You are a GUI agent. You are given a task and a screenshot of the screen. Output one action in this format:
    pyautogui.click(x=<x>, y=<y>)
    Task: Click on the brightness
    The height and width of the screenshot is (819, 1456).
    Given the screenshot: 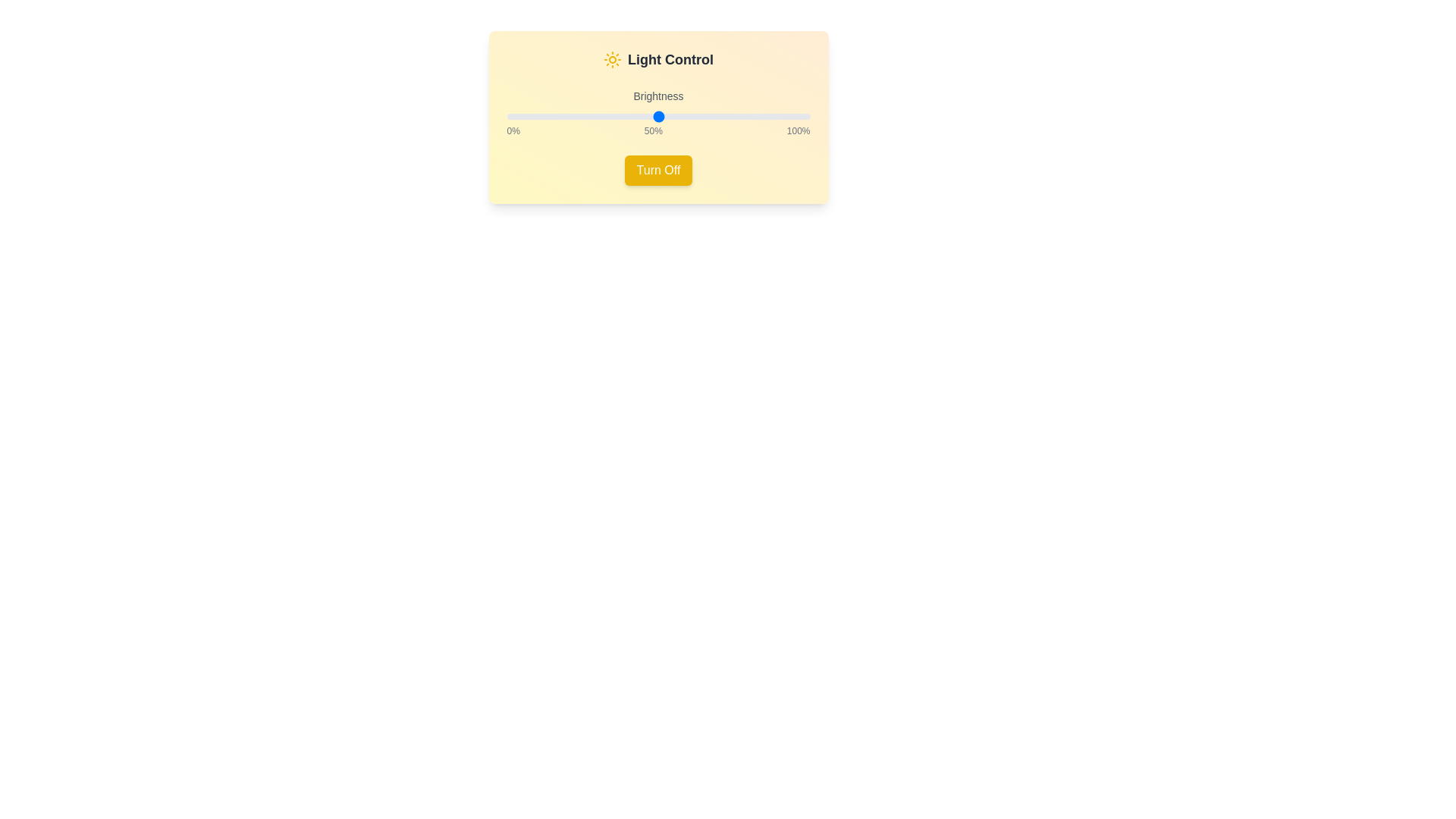 What is the action you would take?
    pyautogui.click(x=600, y=116)
    